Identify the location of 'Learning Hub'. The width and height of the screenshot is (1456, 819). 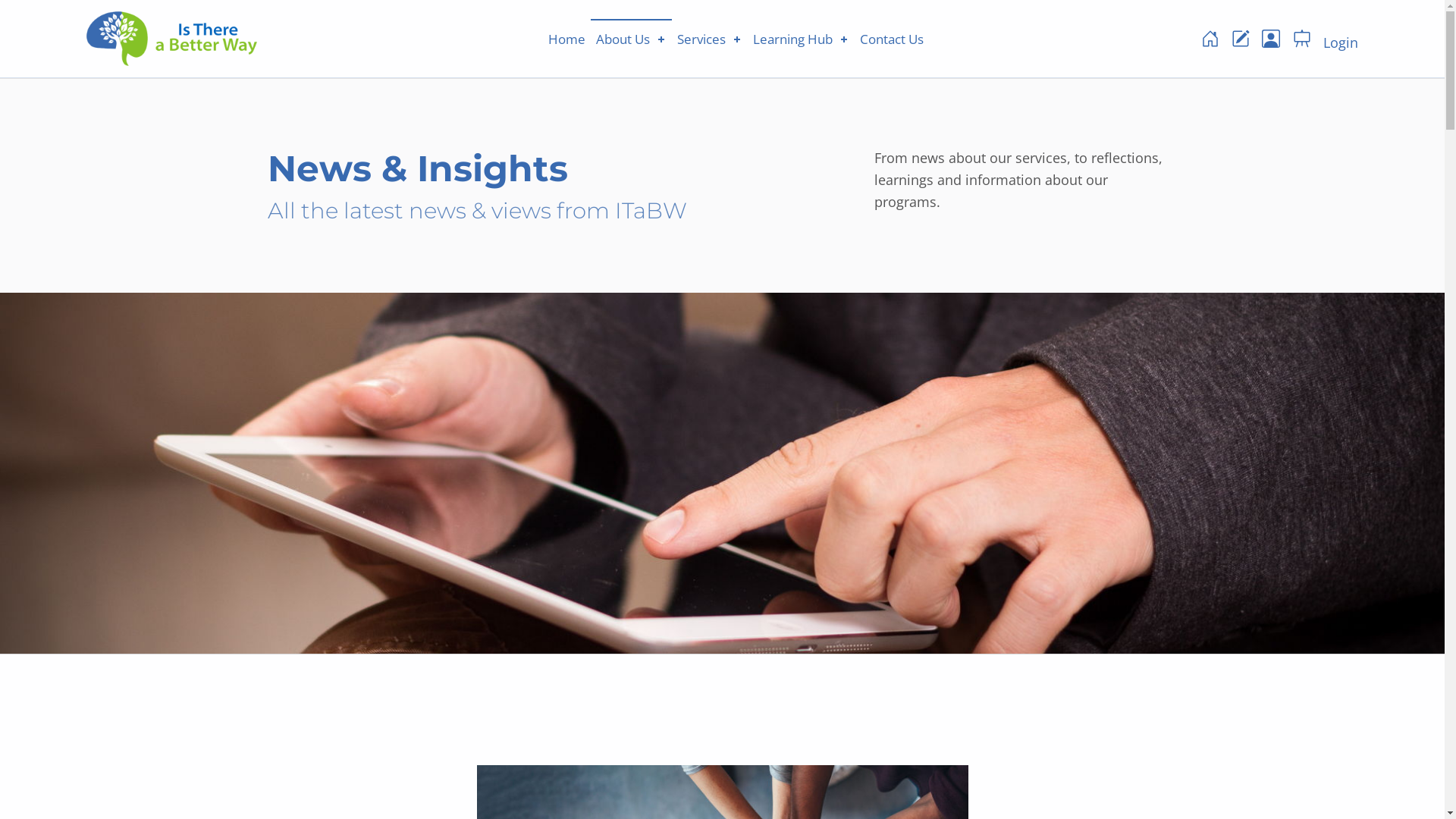
(747, 37).